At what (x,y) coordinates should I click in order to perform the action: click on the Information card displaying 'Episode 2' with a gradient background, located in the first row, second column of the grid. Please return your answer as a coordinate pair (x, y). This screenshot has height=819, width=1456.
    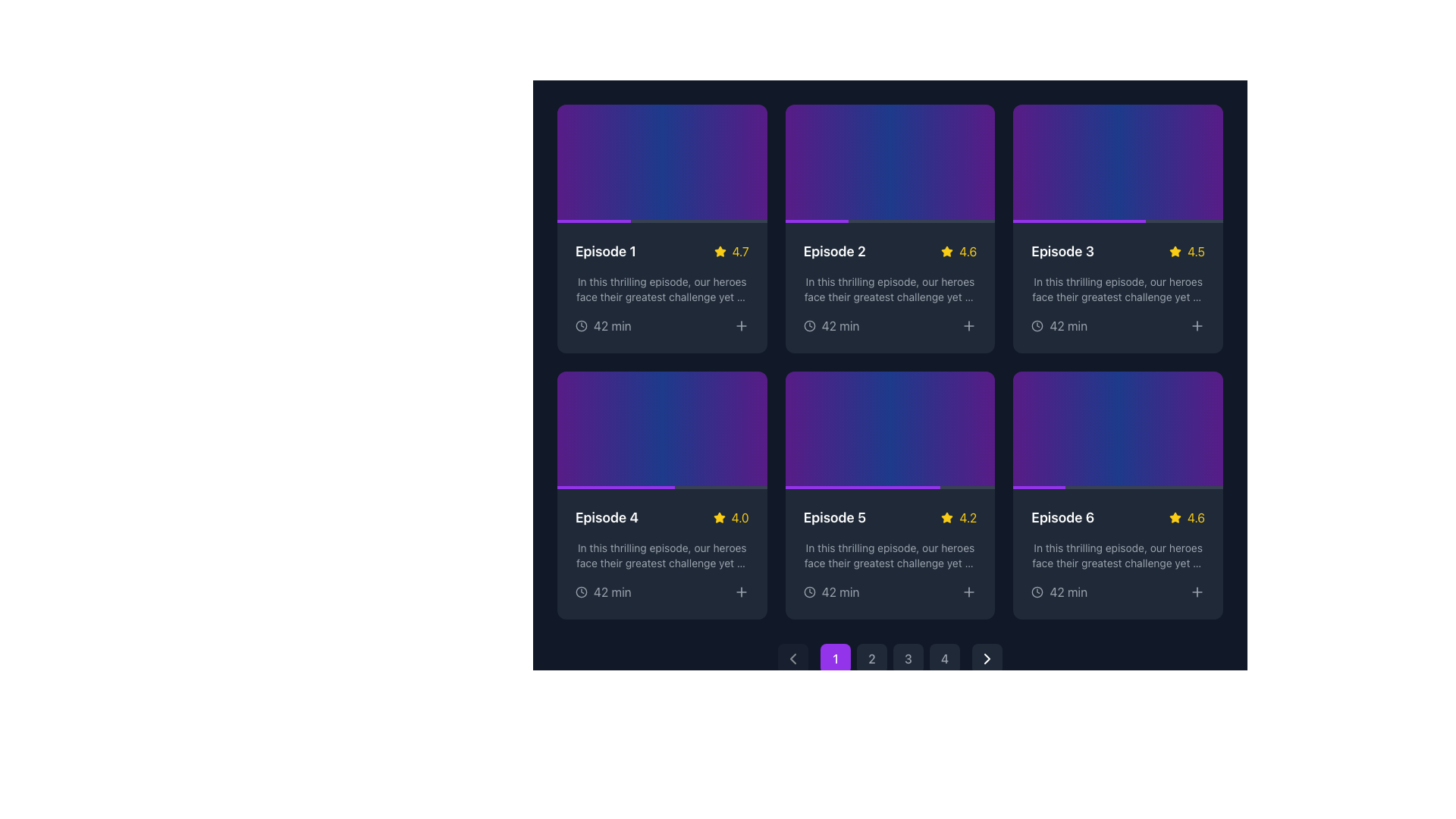
    Looking at the image, I should click on (890, 228).